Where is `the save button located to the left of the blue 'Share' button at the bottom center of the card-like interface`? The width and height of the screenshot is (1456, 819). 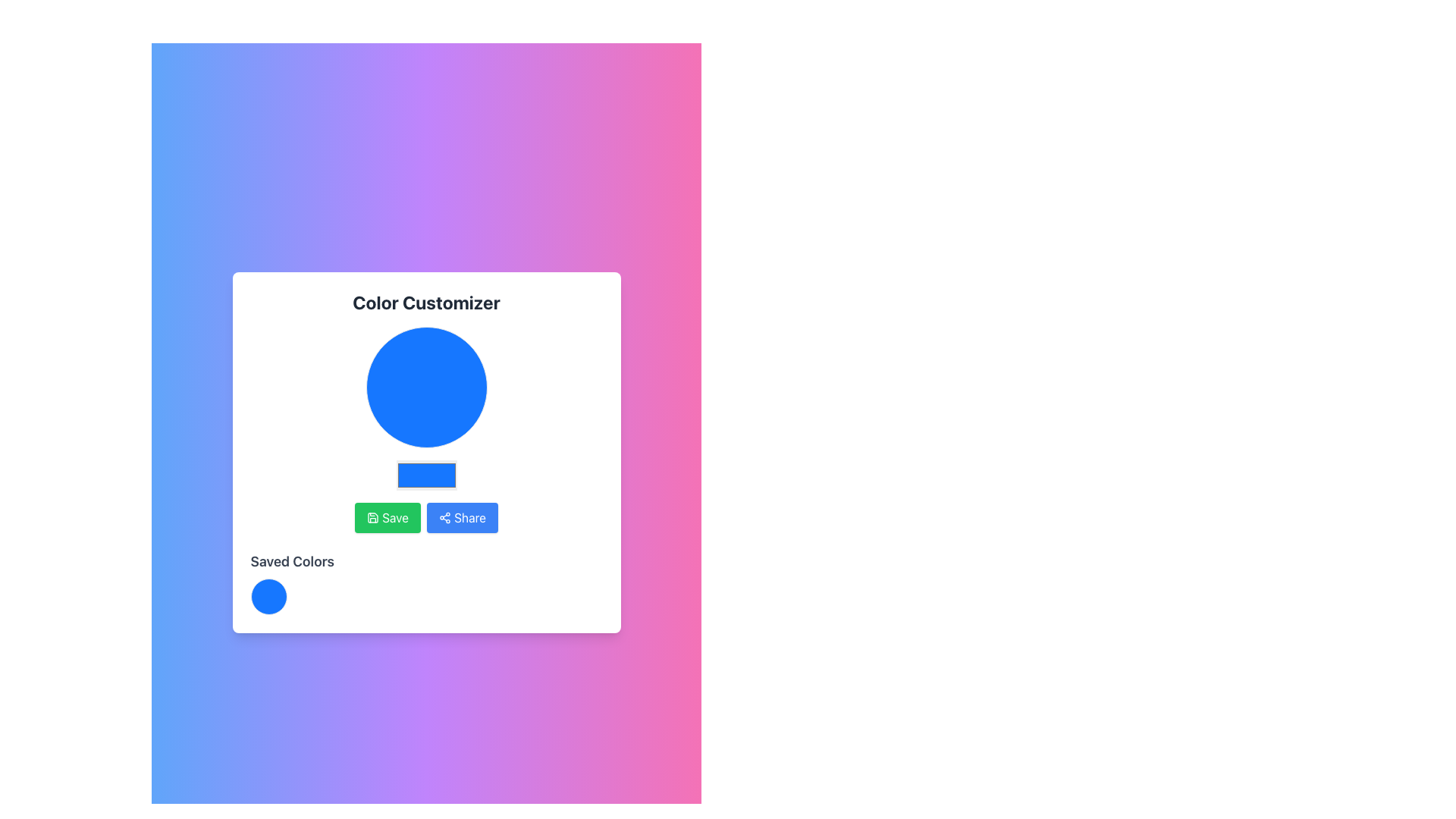 the save button located to the left of the blue 'Share' button at the bottom center of the card-like interface is located at coordinates (388, 516).